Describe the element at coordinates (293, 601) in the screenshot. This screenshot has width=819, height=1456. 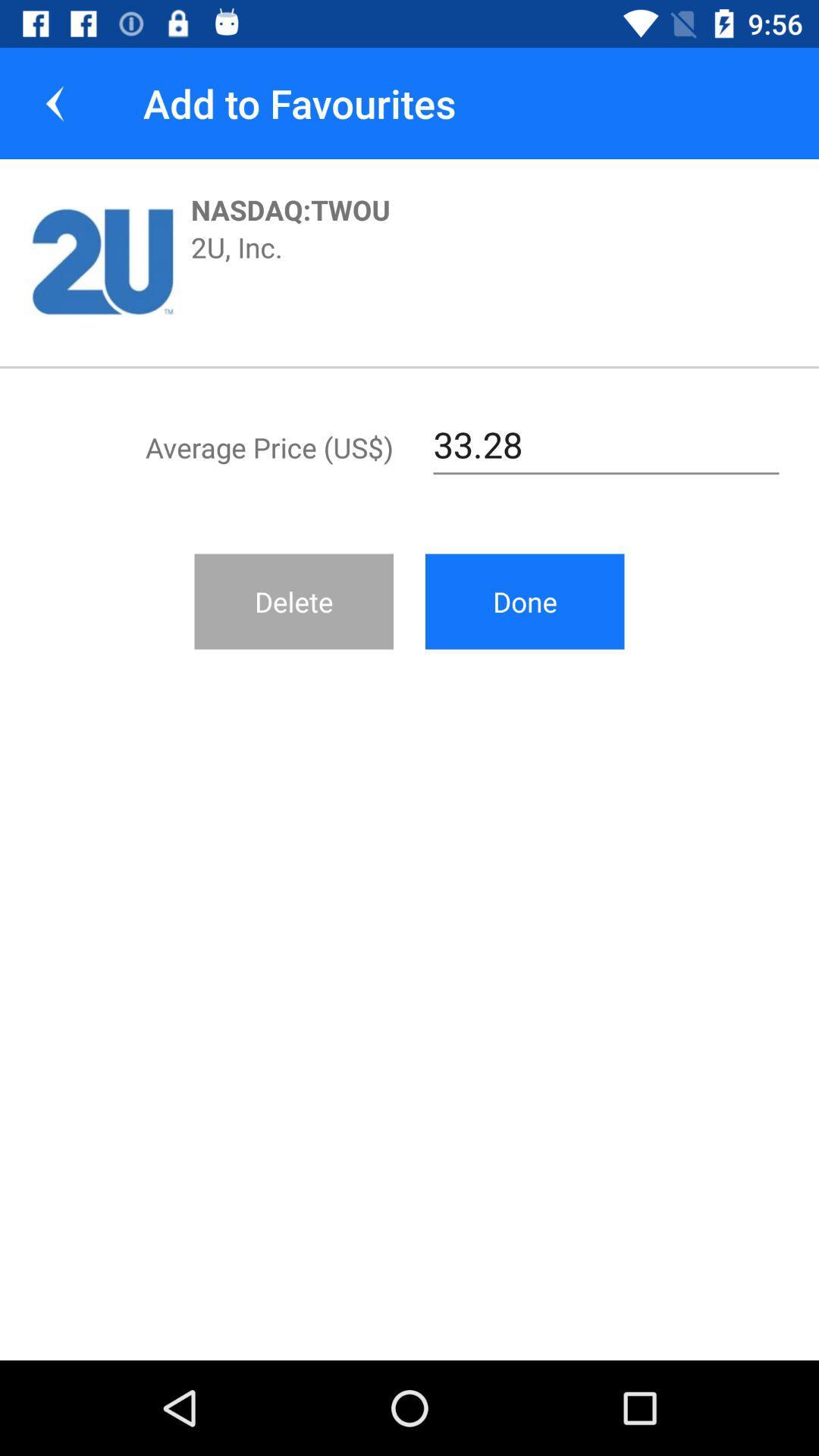
I see `icon to the left of the done` at that location.